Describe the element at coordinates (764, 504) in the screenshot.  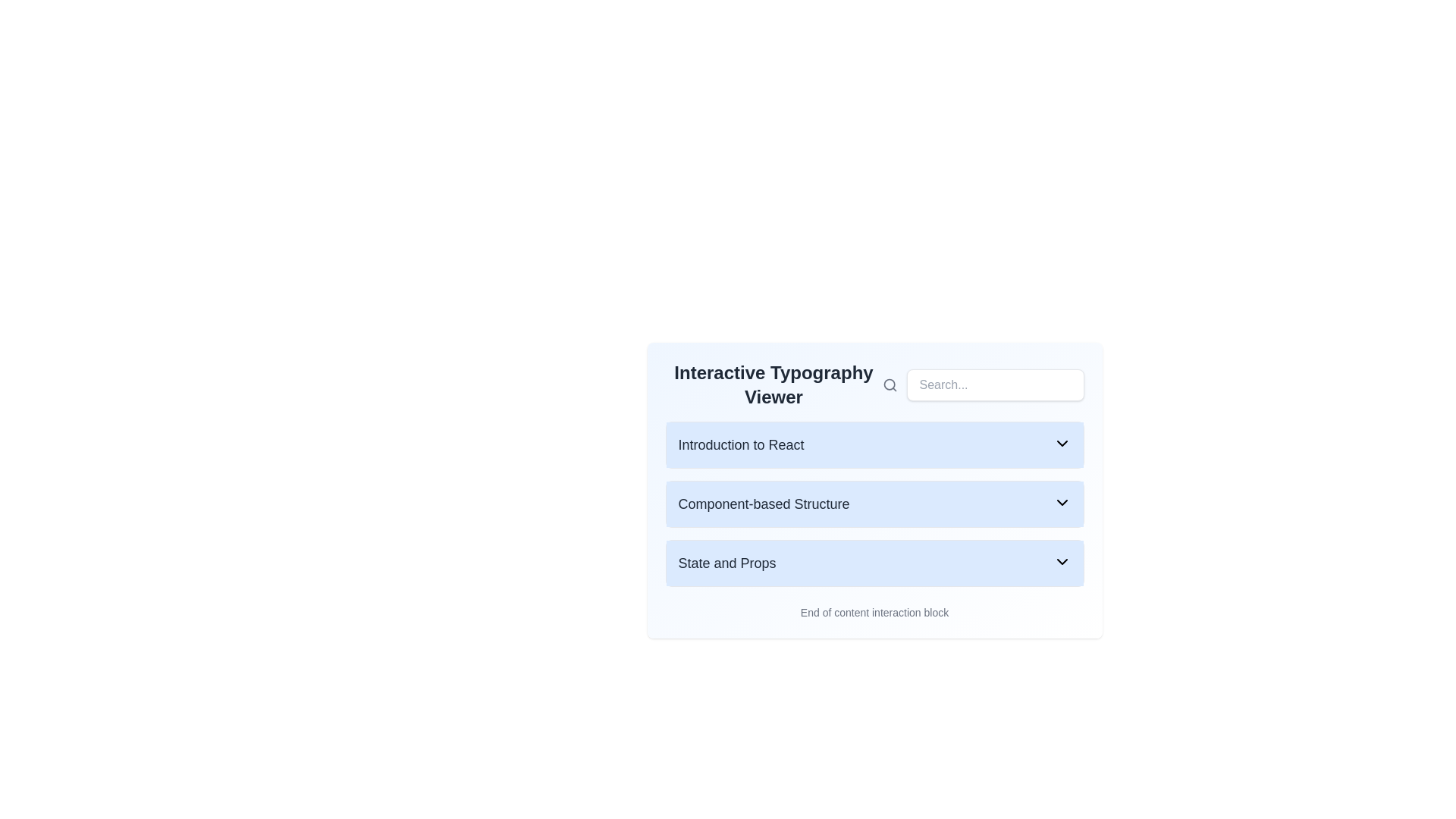
I see `the textual label displaying 'Component-based Structure', which is a large, bold, dark gray font on a light blue background, positioned within a vertically stacked menu` at that location.